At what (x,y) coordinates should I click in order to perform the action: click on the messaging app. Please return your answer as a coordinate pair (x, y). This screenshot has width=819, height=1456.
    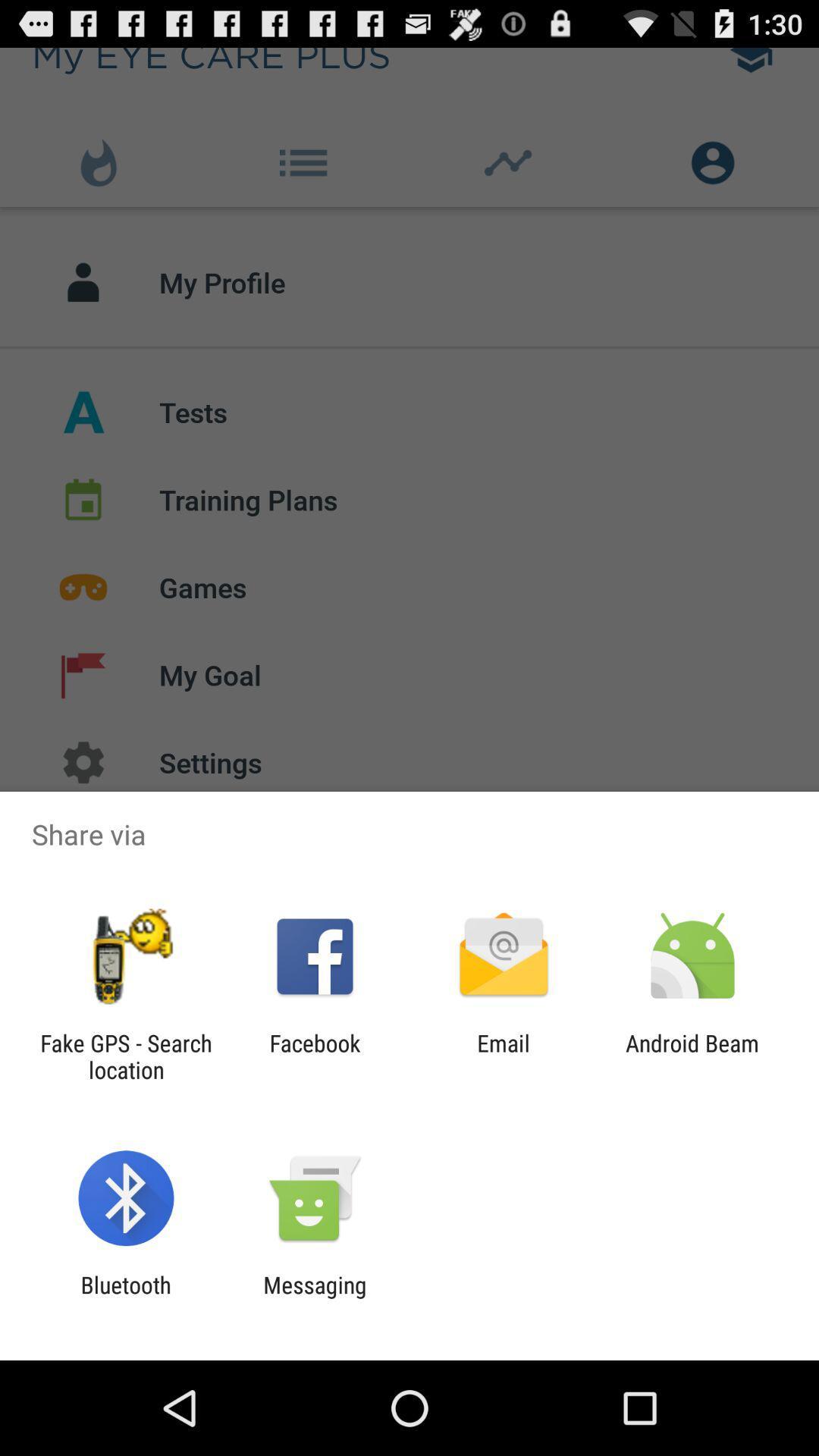
    Looking at the image, I should click on (314, 1298).